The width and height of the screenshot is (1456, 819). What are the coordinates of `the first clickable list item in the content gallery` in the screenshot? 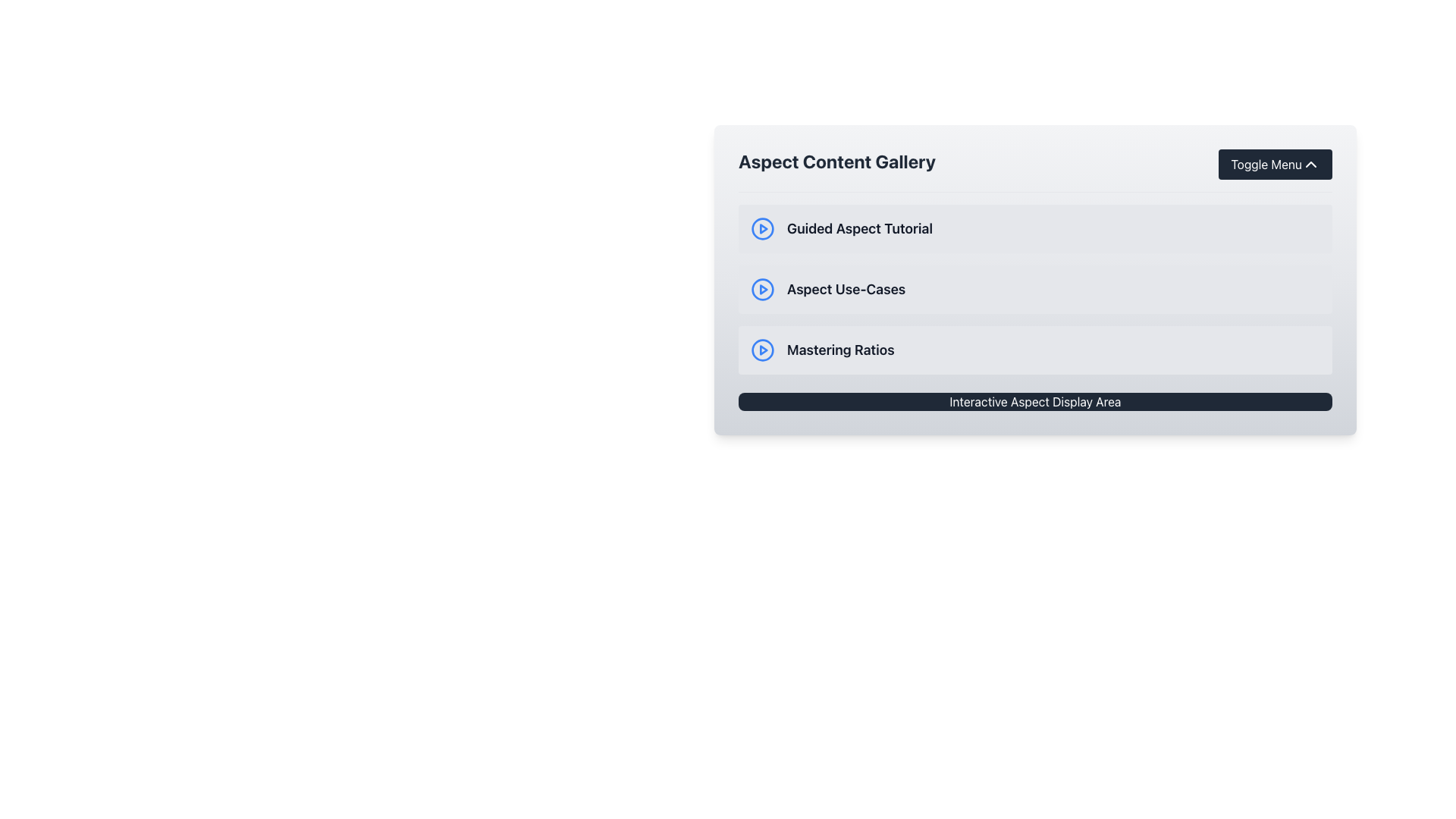 It's located at (1034, 228).